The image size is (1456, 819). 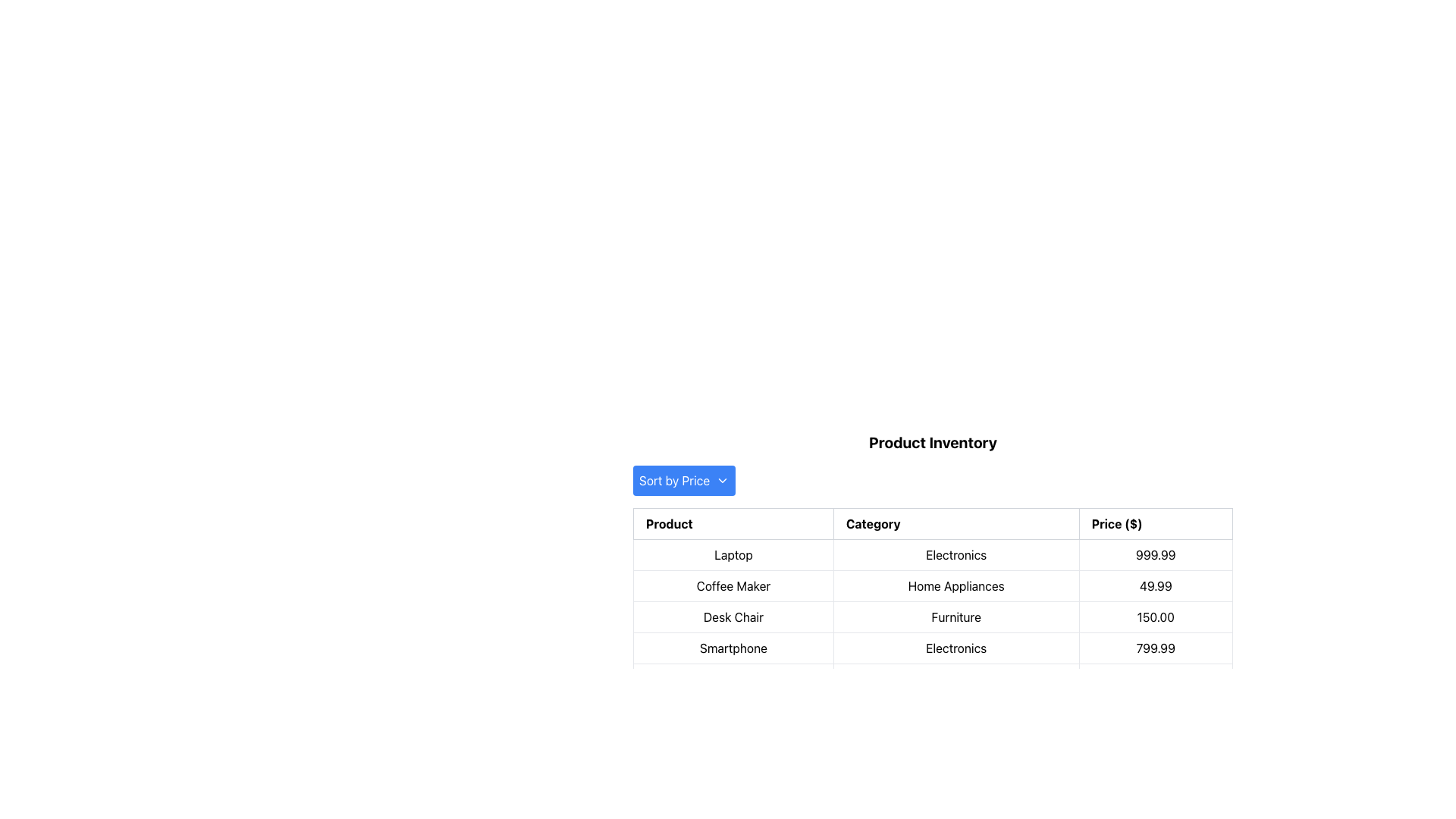 I want to click on the Header text element that serves as the title for the product inventory section, which is positioned centrally above the 'Sort by Price' button, so click(x=932, y=442).